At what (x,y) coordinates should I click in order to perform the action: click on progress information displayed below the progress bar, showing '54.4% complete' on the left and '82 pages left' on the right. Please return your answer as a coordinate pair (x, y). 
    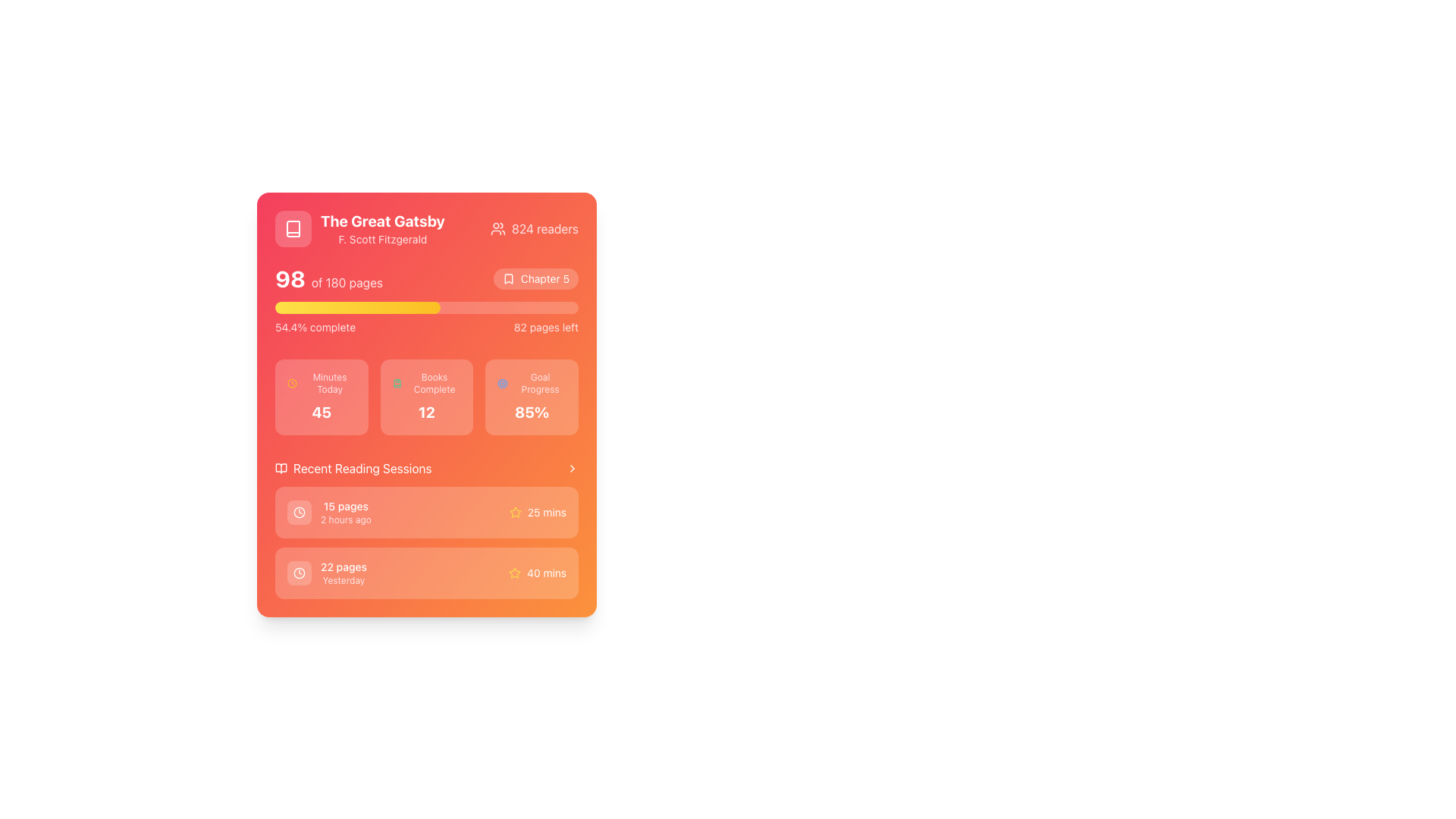
    Looking at the image, I should click on (425, 327).